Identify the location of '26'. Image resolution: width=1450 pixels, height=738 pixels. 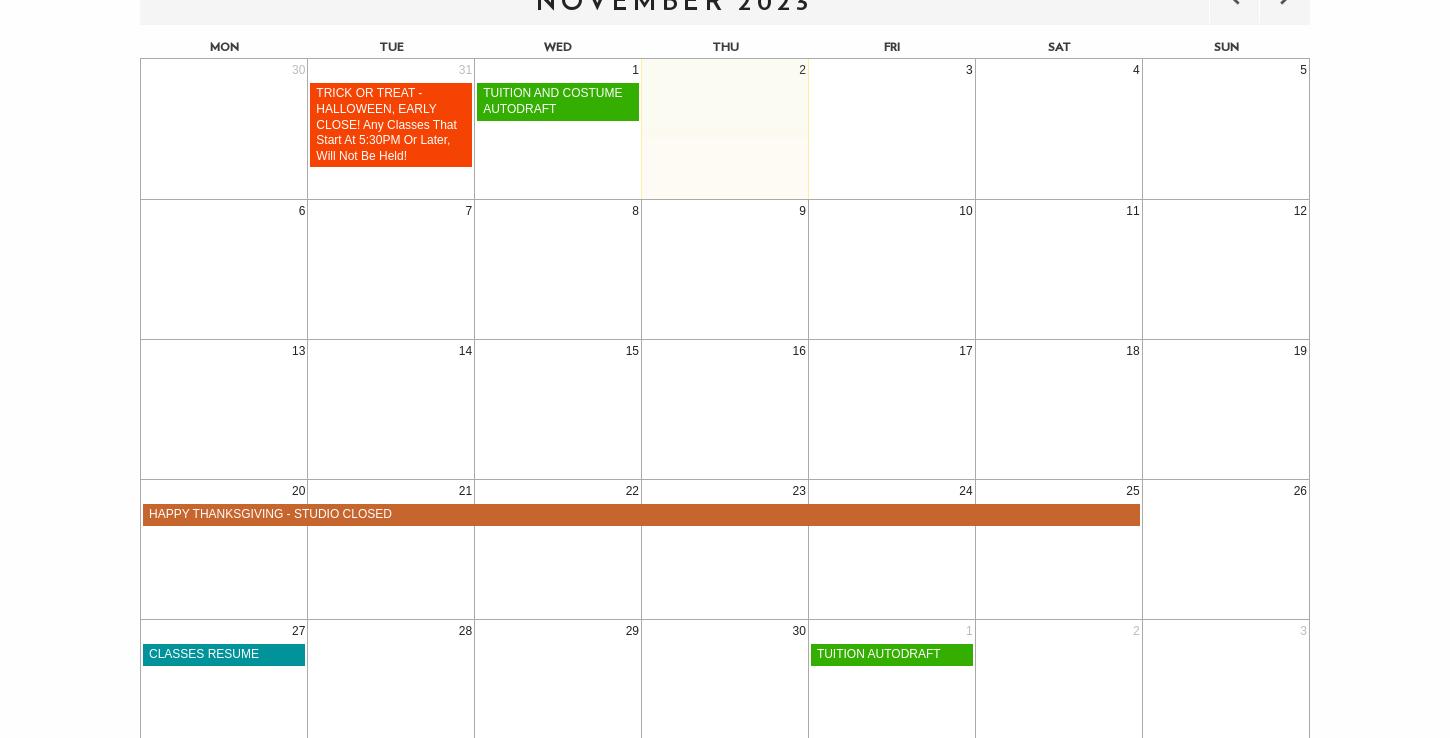
(1300, 490).